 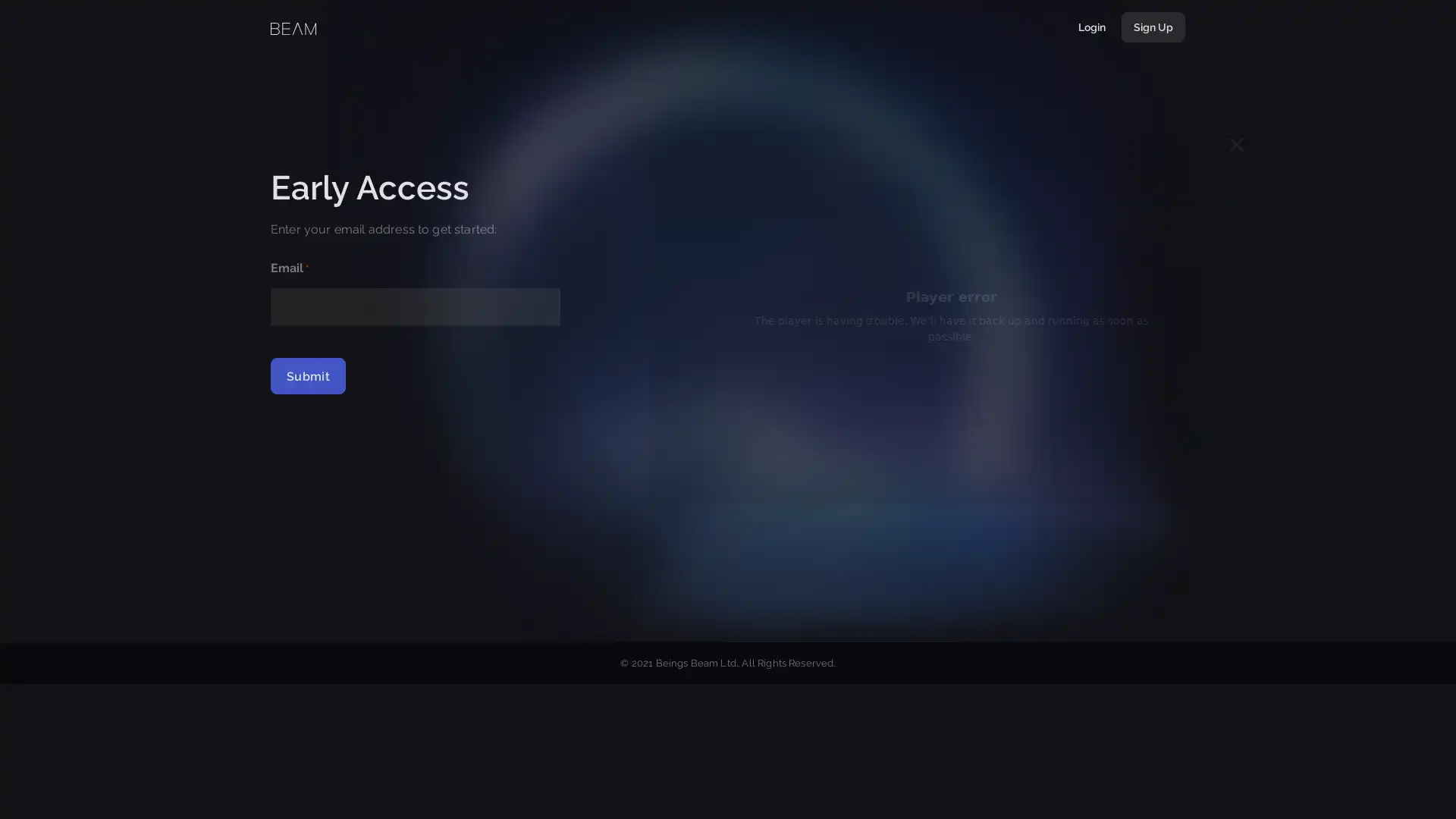 I want to click on Submit, so click(x=307, y=375).